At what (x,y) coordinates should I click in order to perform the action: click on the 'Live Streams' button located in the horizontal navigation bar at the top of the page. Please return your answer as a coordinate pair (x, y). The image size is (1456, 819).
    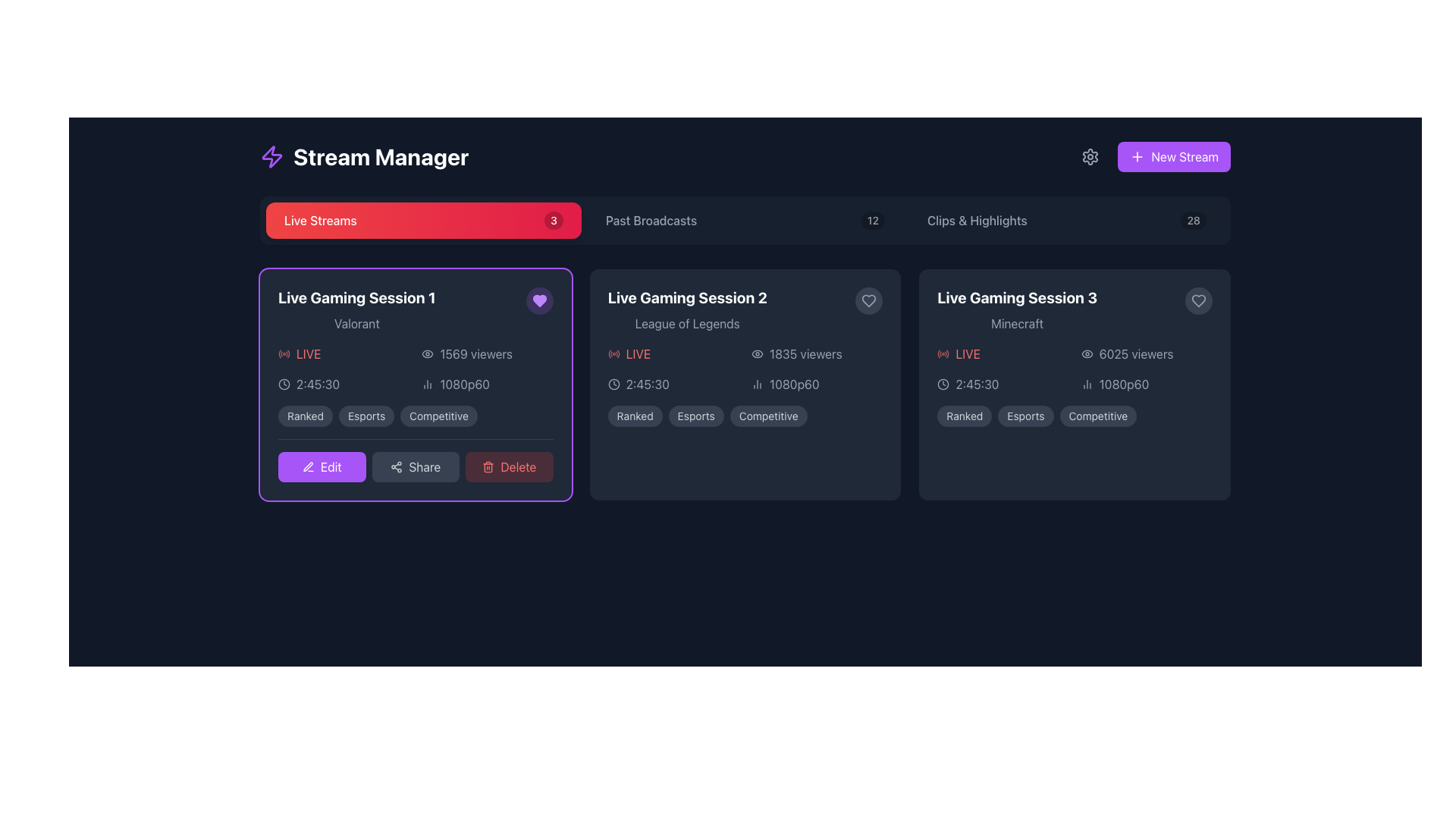
    Looking at the image, I should click on (423, 220).